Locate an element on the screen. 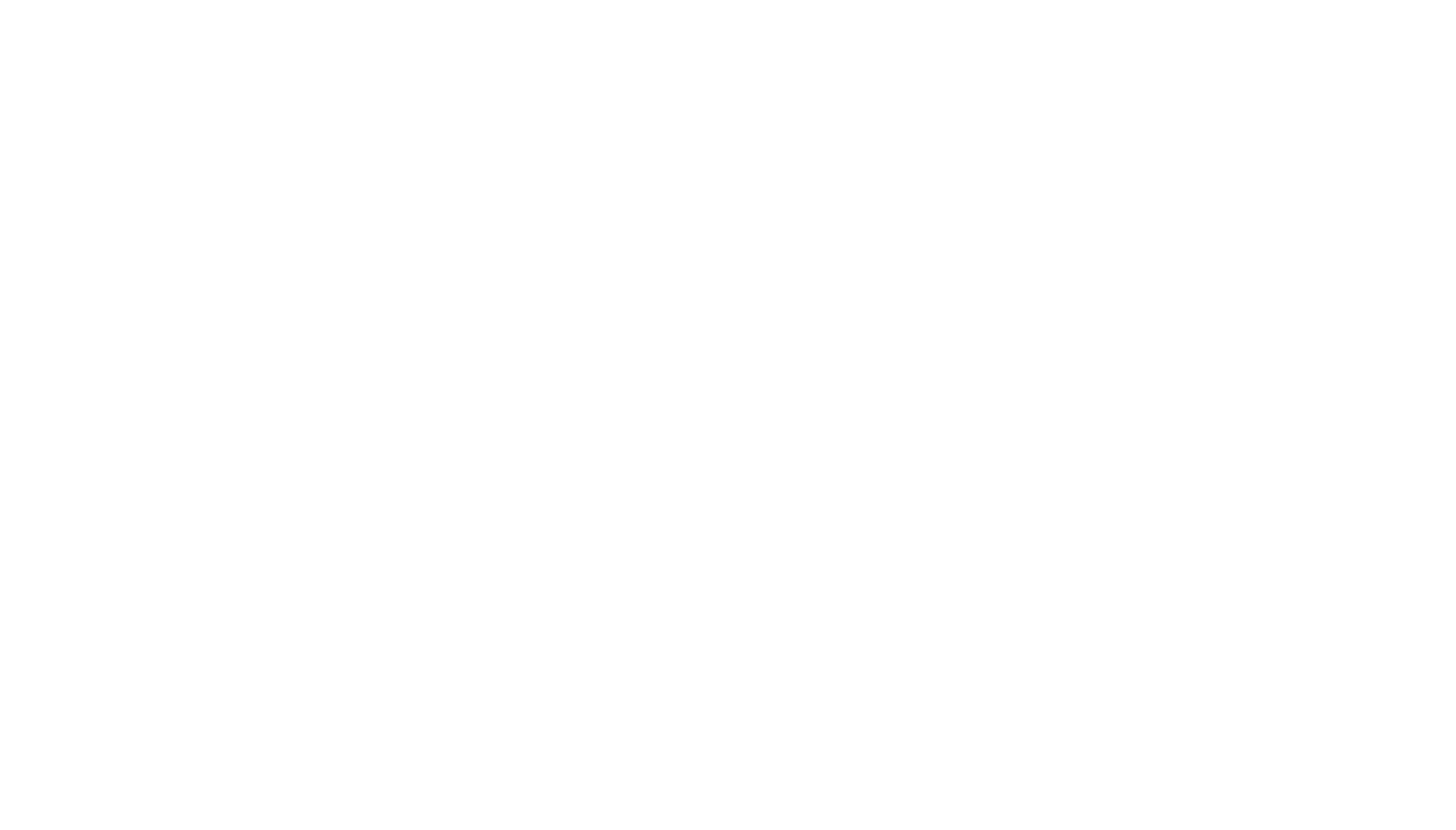 Image resolution: width=1456 pixels, height=830 pixels. 'chicken taquitos, cut in half' is located at coordinates (431, 741).